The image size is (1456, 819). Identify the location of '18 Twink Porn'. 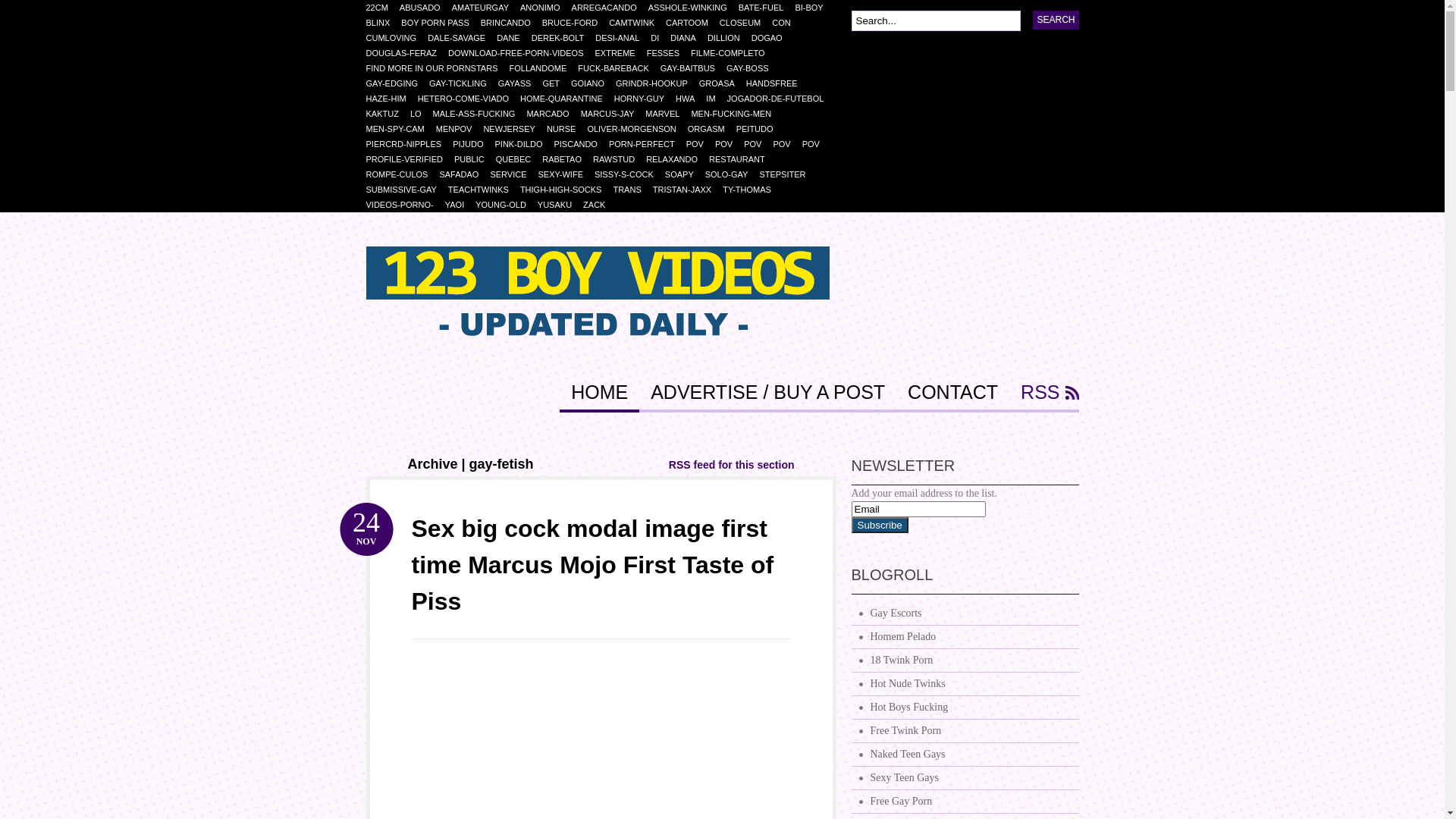
(964, 660).